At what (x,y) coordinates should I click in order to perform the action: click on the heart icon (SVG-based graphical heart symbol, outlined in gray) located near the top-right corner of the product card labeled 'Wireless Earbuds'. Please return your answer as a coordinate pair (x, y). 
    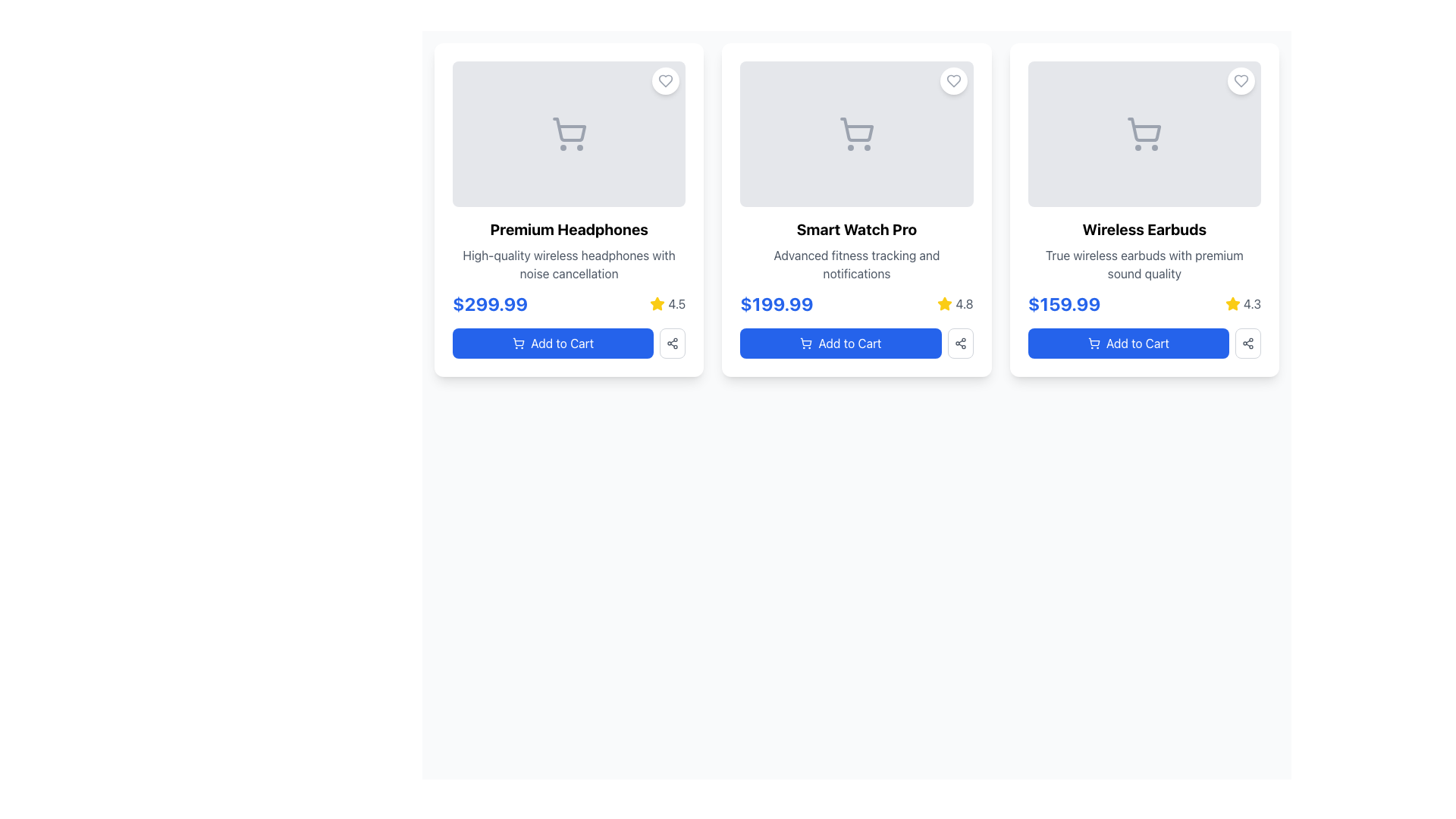
    Looking at the image, I should click on (1241, 81).